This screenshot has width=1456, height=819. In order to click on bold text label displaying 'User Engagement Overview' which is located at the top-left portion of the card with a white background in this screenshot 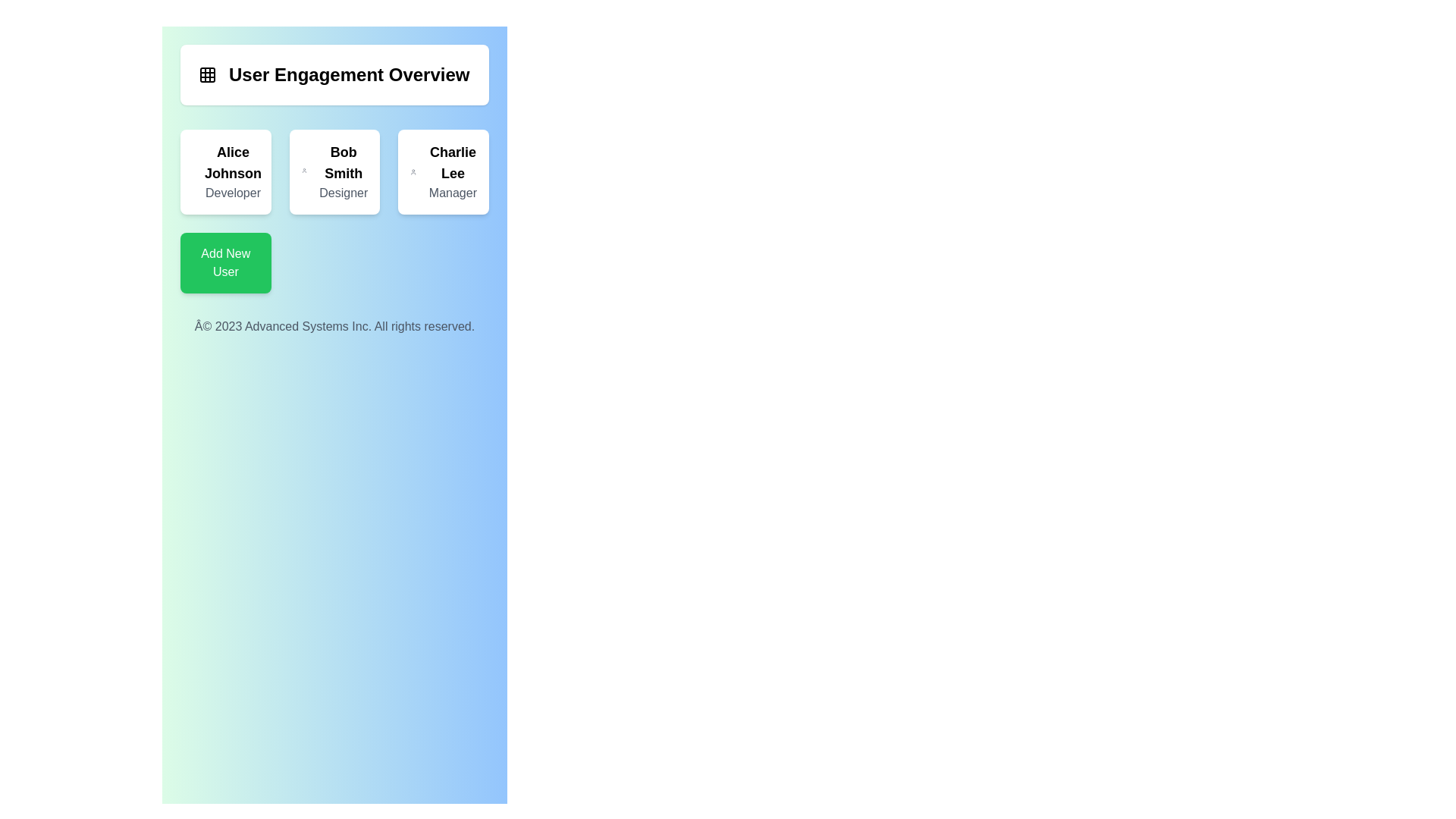, I will do `click(333, 75)`.